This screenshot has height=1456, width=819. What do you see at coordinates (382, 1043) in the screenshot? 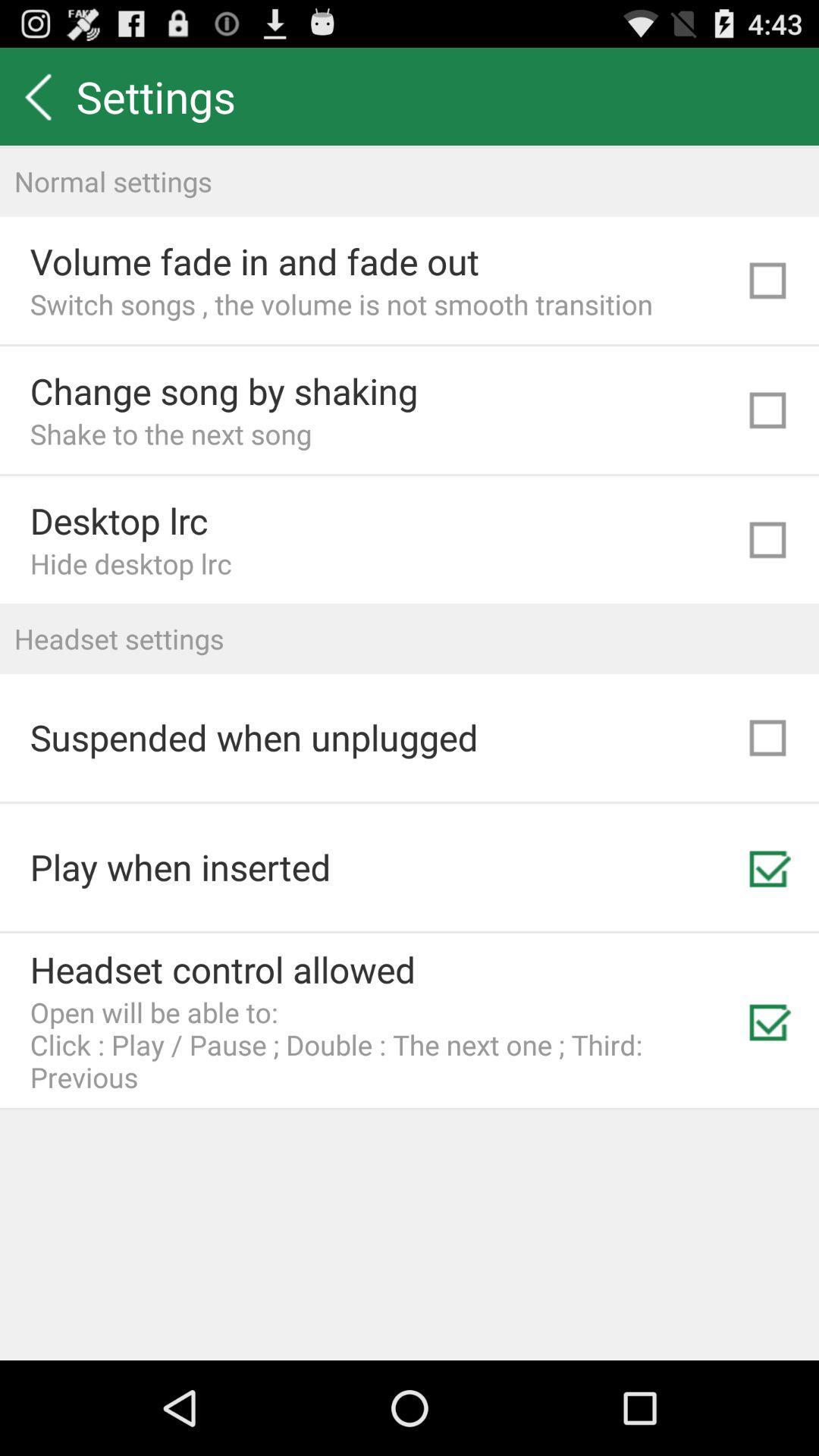
I see `item at the bottom` at bounding box center [382, 1043].